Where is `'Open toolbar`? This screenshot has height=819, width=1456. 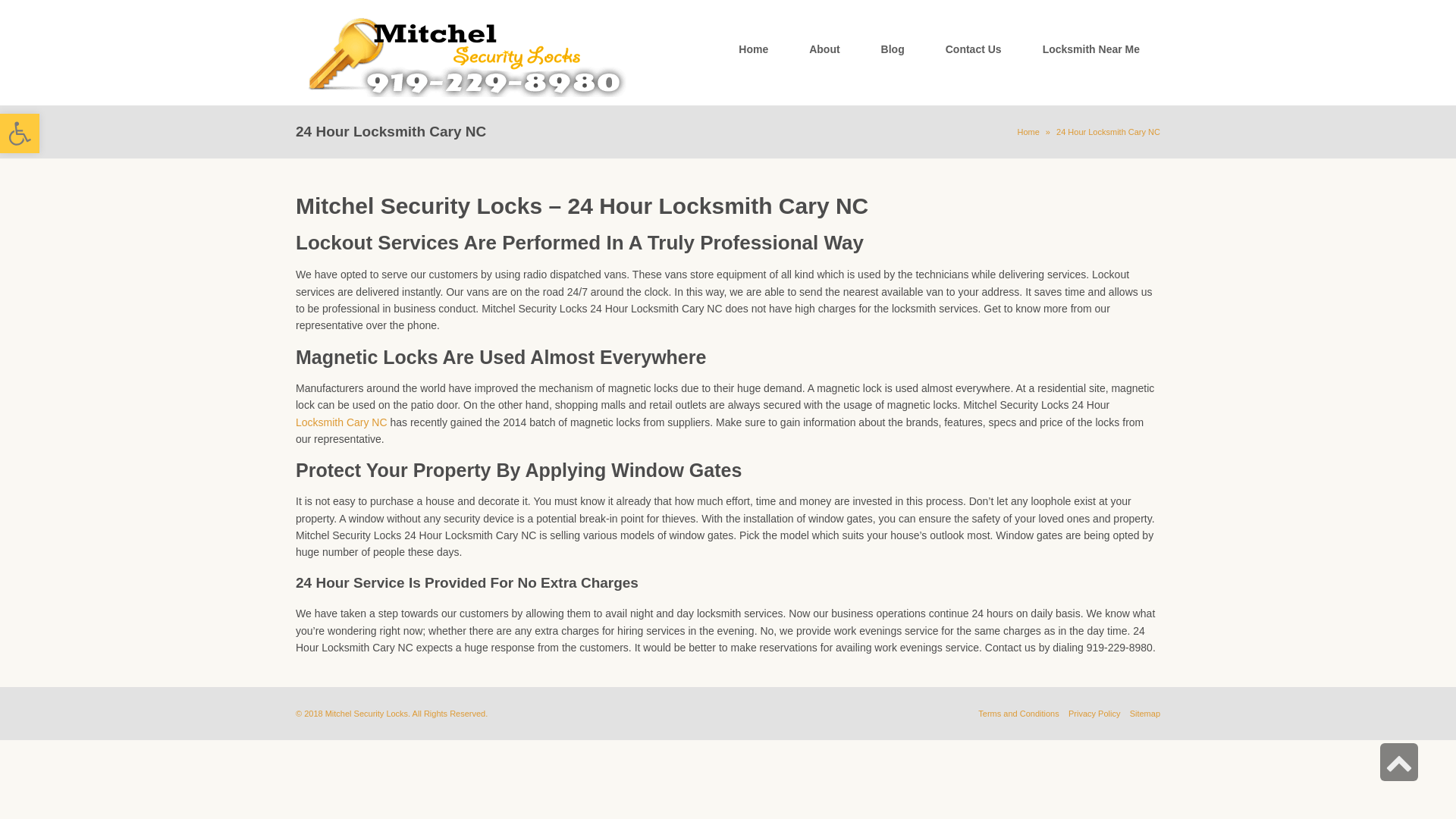 'Open toolbar is located at coordinates (19, 133).